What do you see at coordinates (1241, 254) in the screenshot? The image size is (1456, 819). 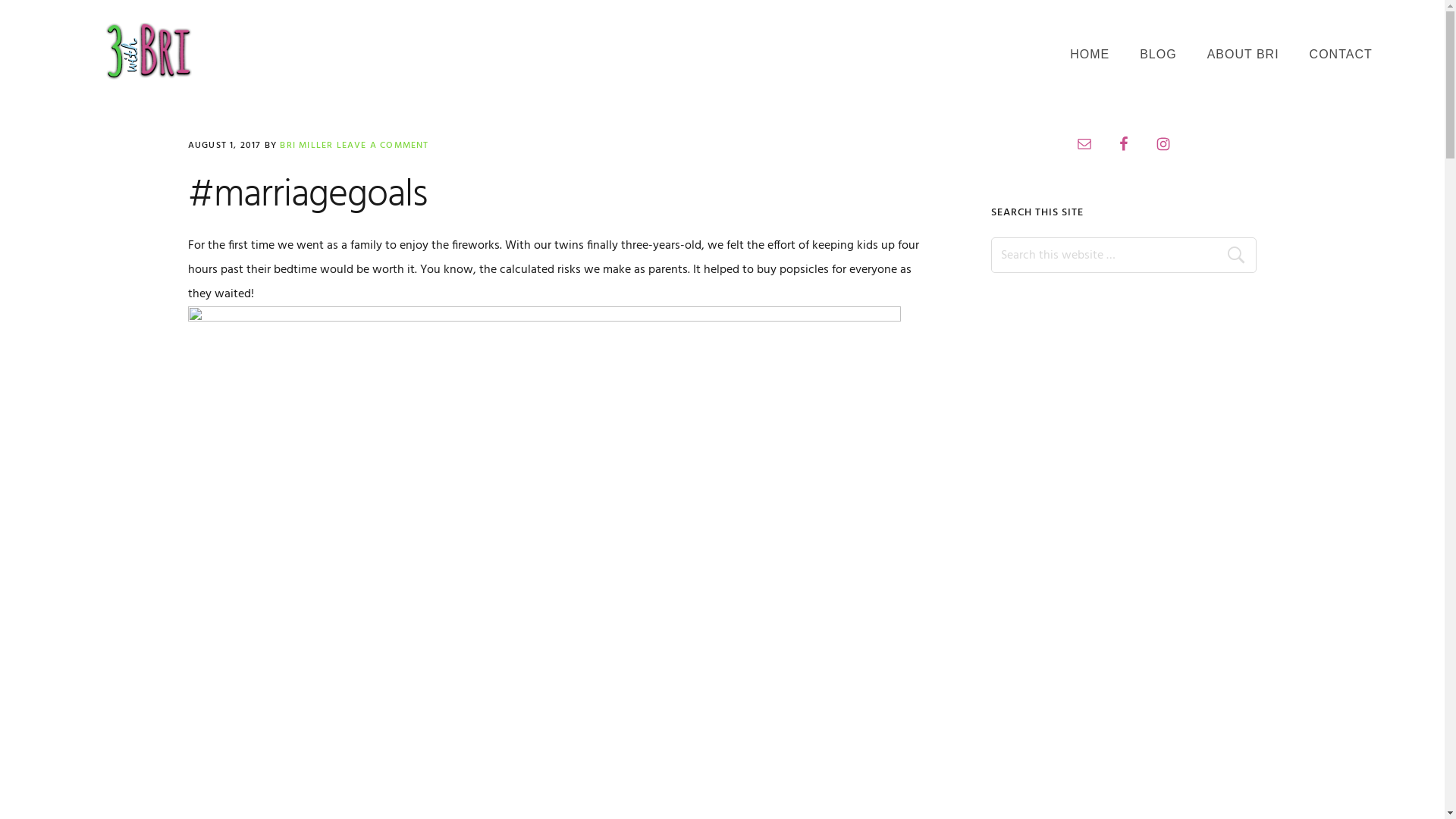 I see `'Search'` at bounding box center [1241, 254].